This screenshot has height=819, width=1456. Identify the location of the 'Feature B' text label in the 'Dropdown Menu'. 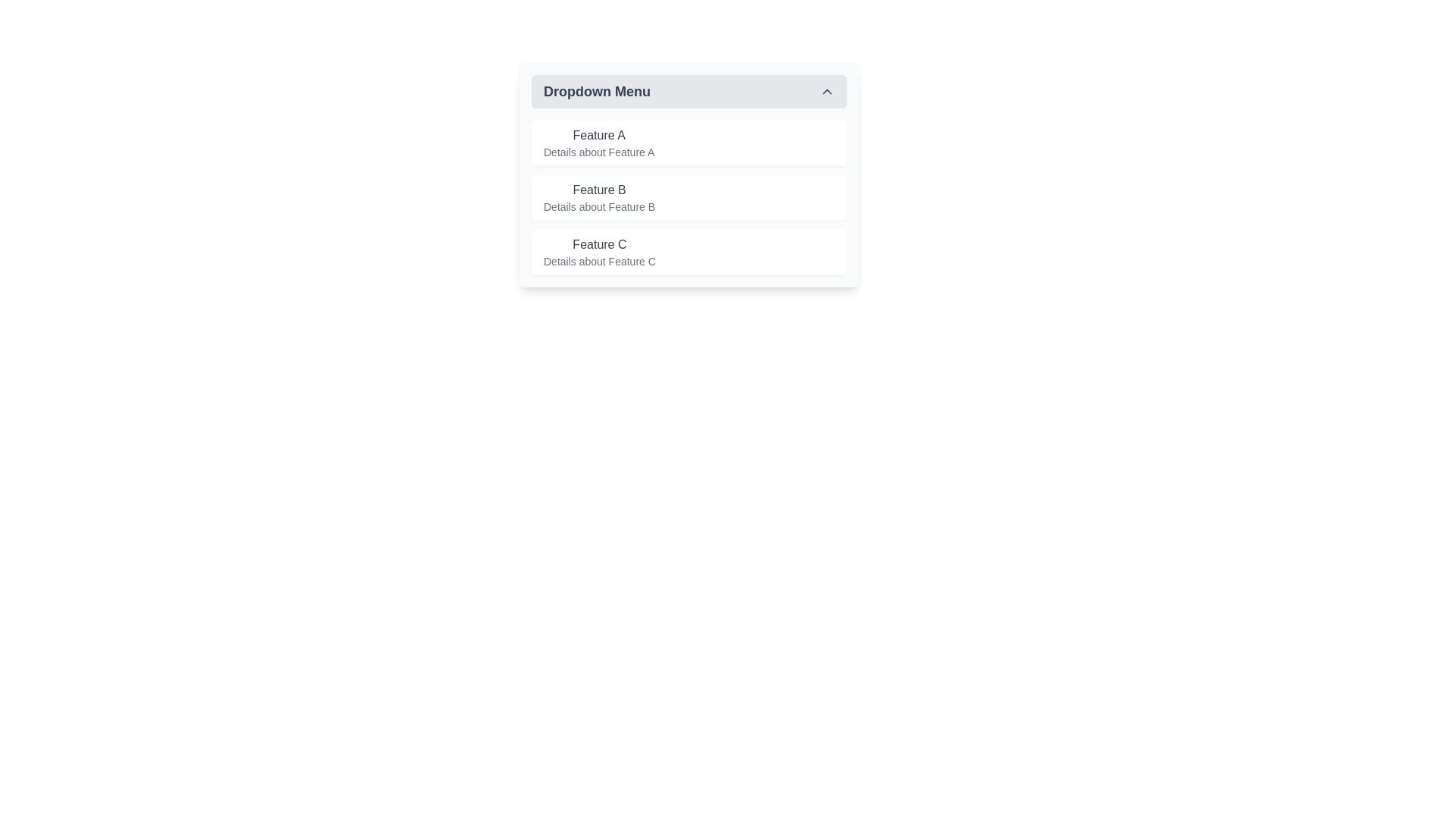
(598, 197).